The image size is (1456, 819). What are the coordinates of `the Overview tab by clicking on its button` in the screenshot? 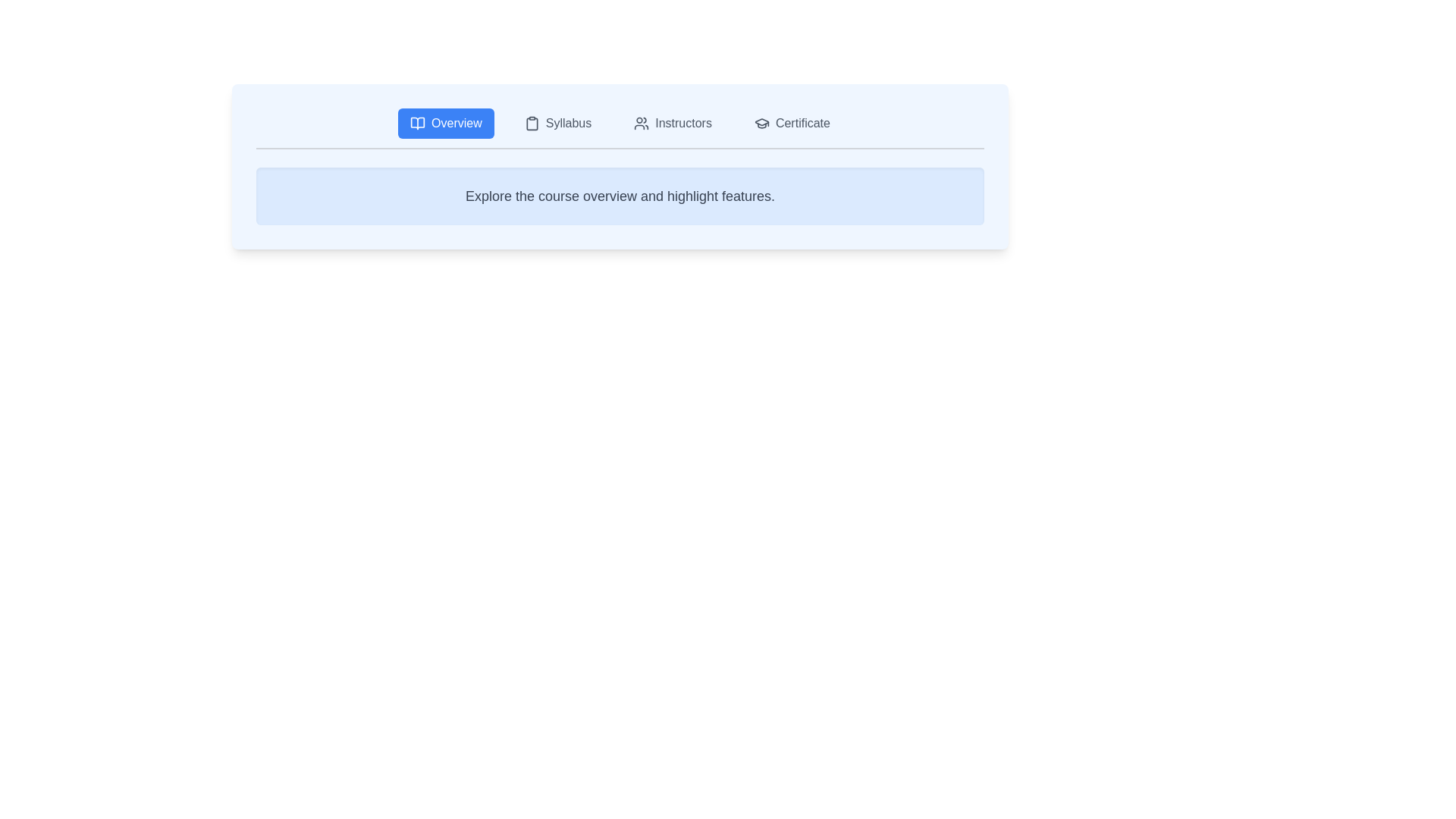 It's located at (445, 122).